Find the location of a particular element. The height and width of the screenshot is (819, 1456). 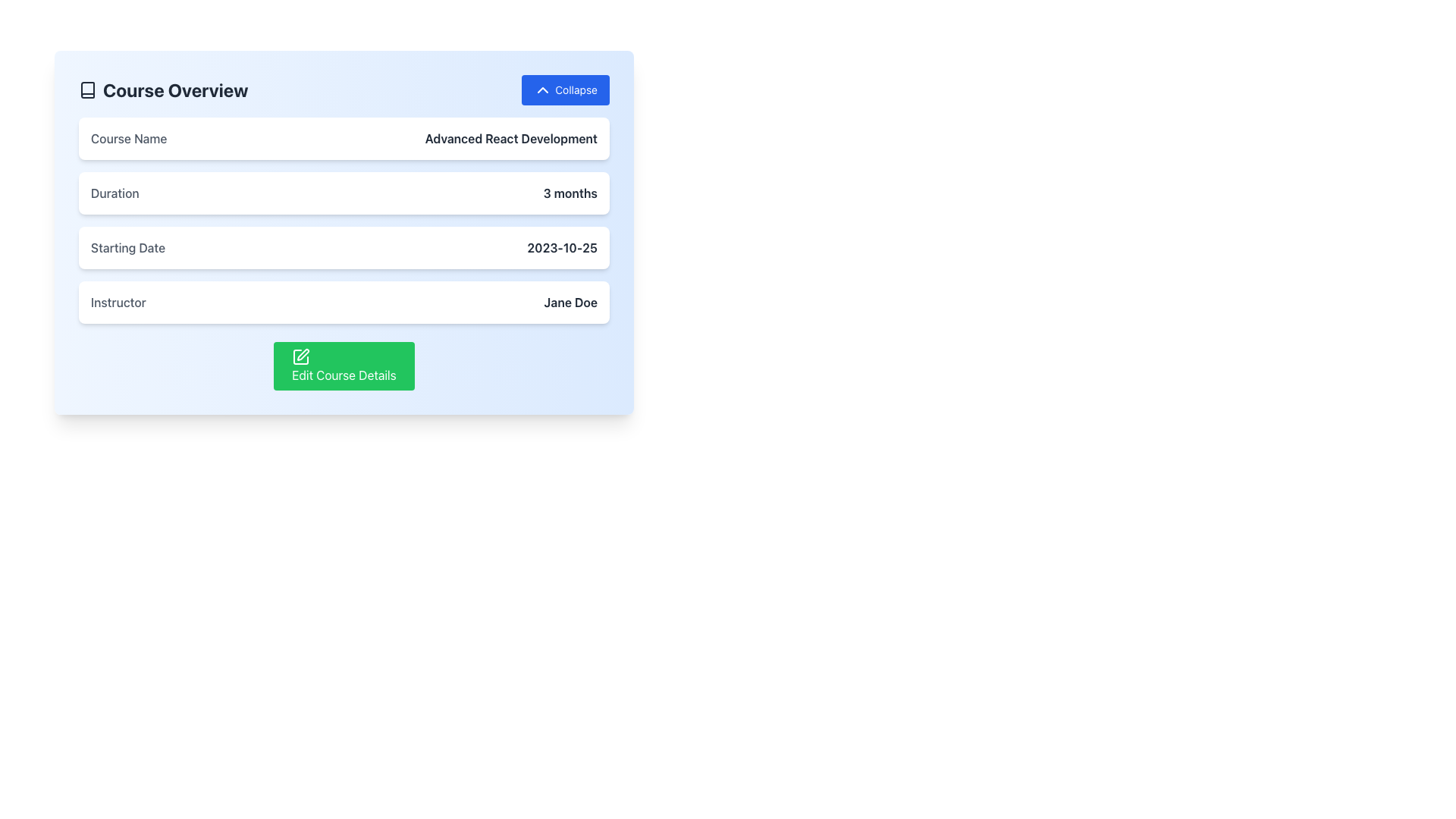

the text label that displays the course duration as '3 months,' located on the right end of the row labeled 'Duration' within the course details card is located at coordinates (570, 192).